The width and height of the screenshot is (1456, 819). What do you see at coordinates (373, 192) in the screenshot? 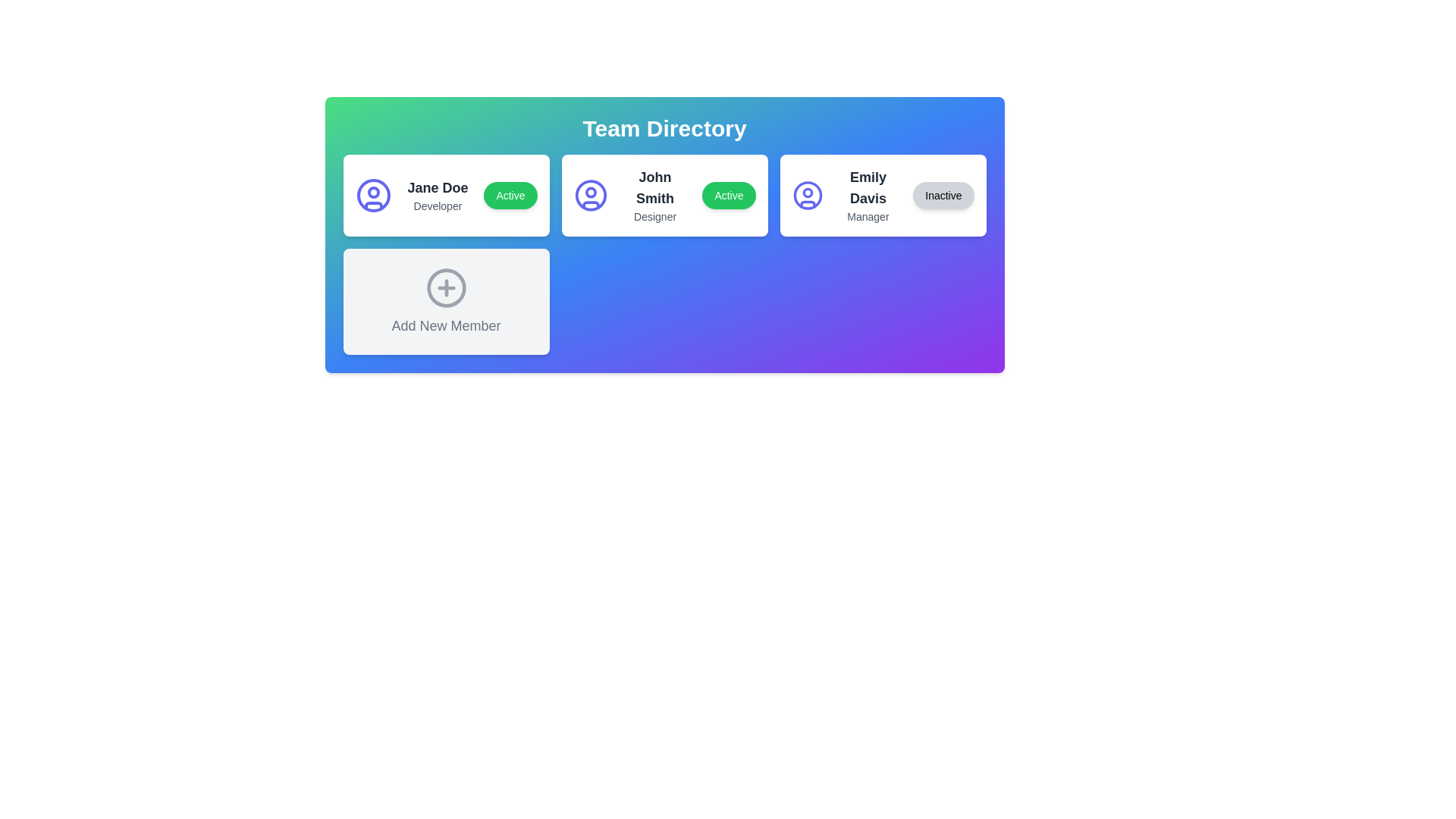
I see `the inner smaller circle of the user profile icon for 'Jane Doe' located at the top-left section of the interface` at bounding box center [373, 192].